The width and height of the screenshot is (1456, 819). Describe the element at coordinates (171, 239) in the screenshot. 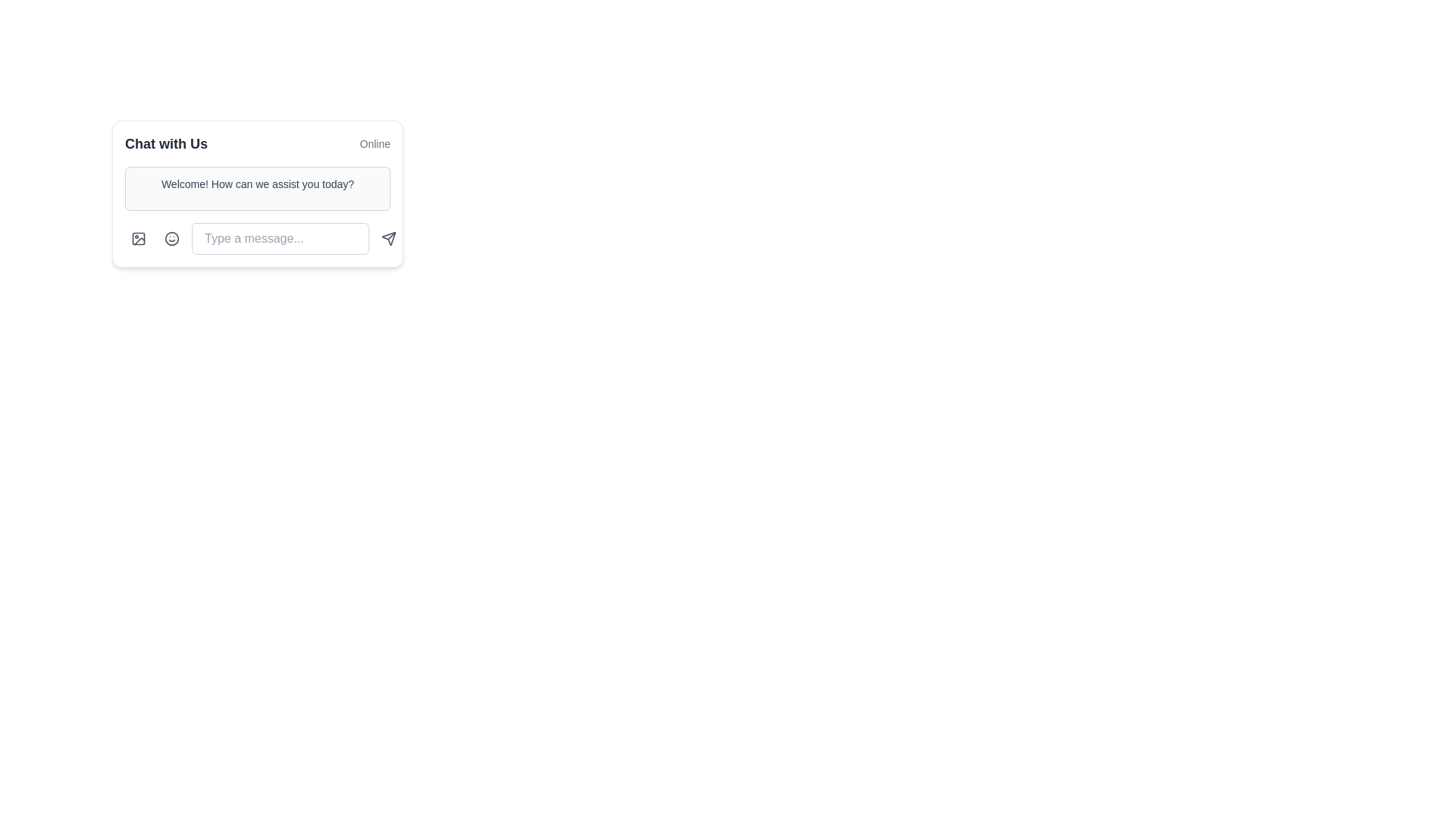

I see `the circular smiley face icon located inside the chat input bar` at that location.